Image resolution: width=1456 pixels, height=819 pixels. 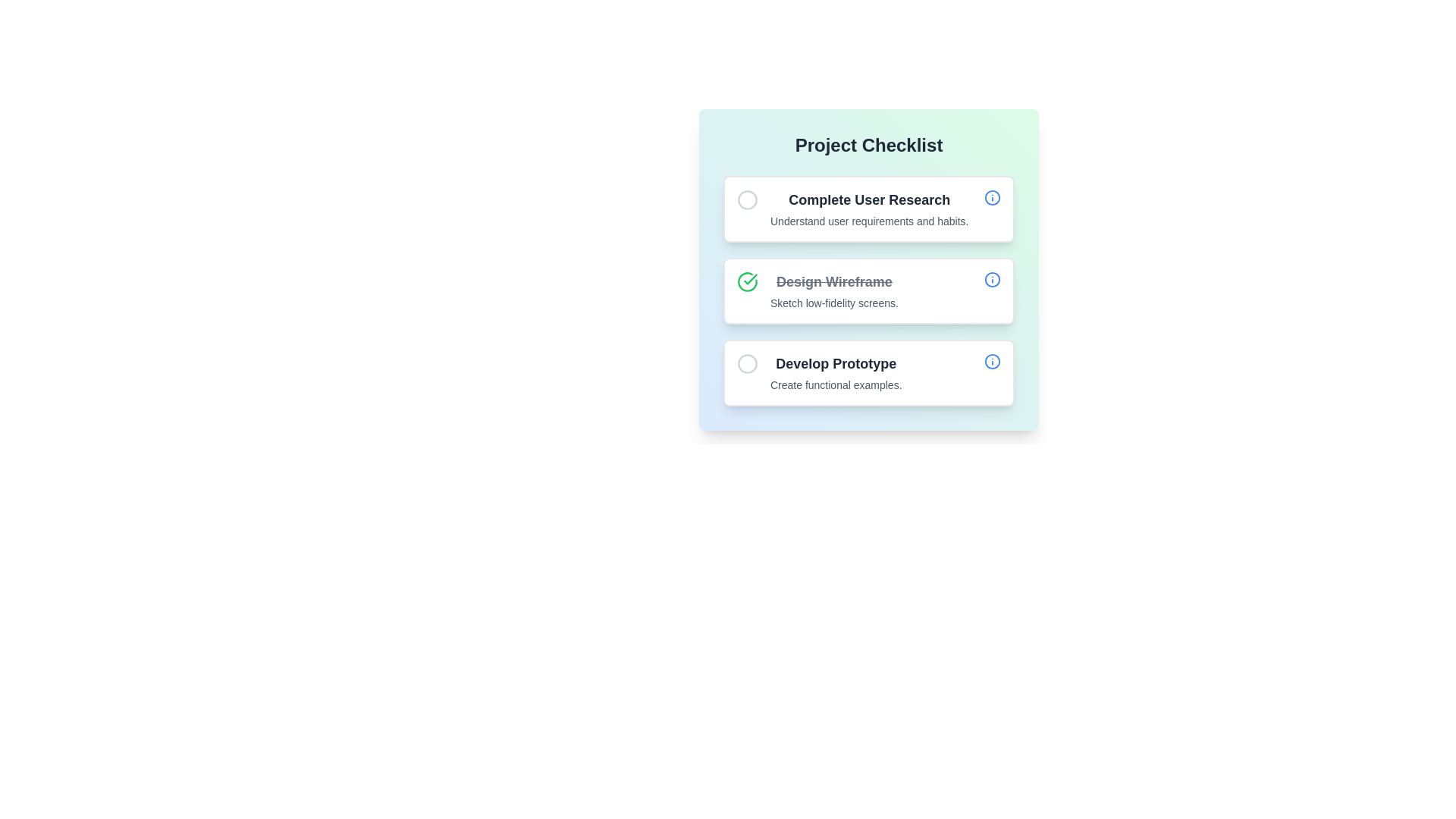 I want to click on the text label that identifies the task 'Complete User Research', so click(x=869, y=199).